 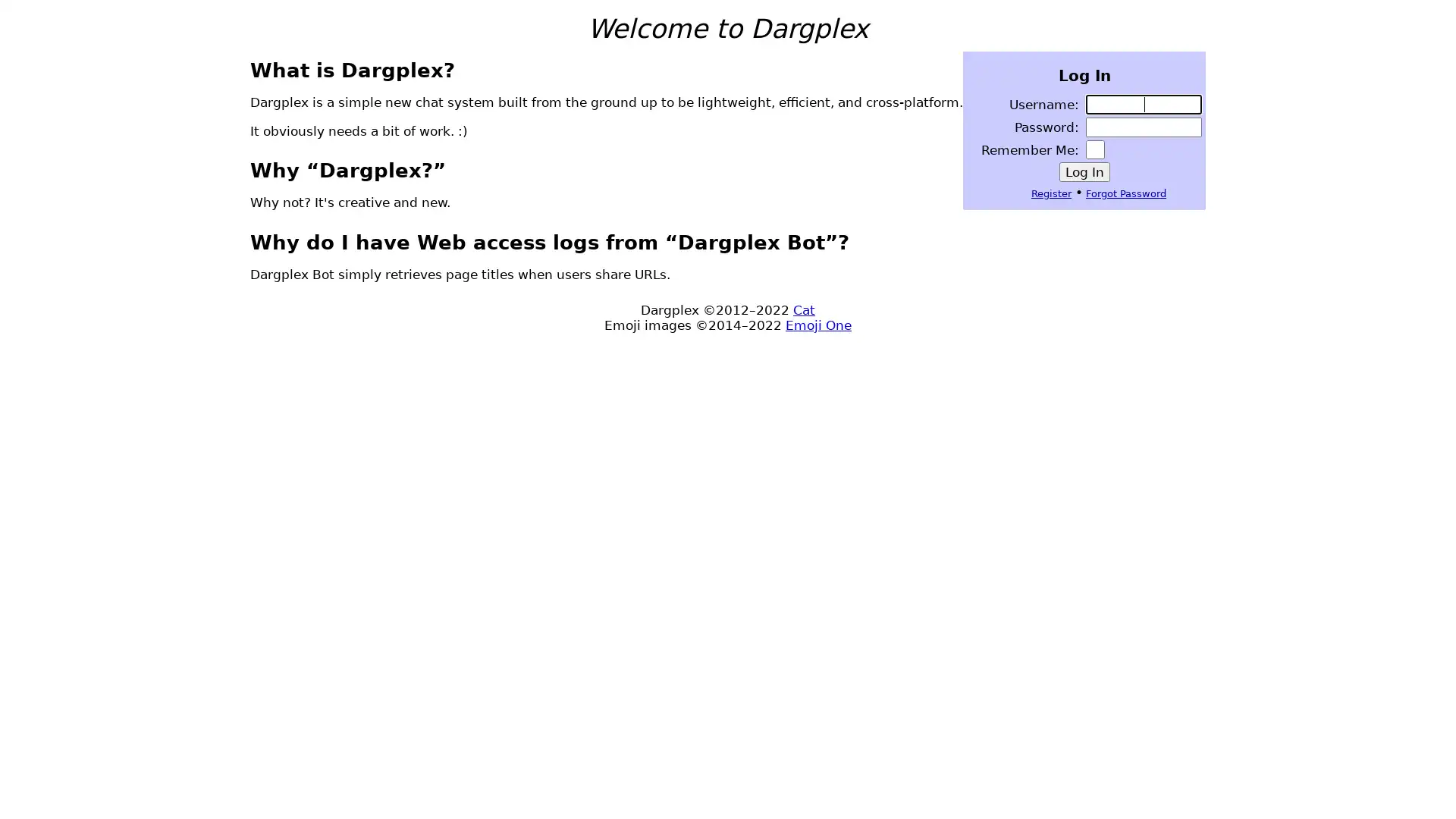 I want to click on Log In, so click(x=1083, y=171).